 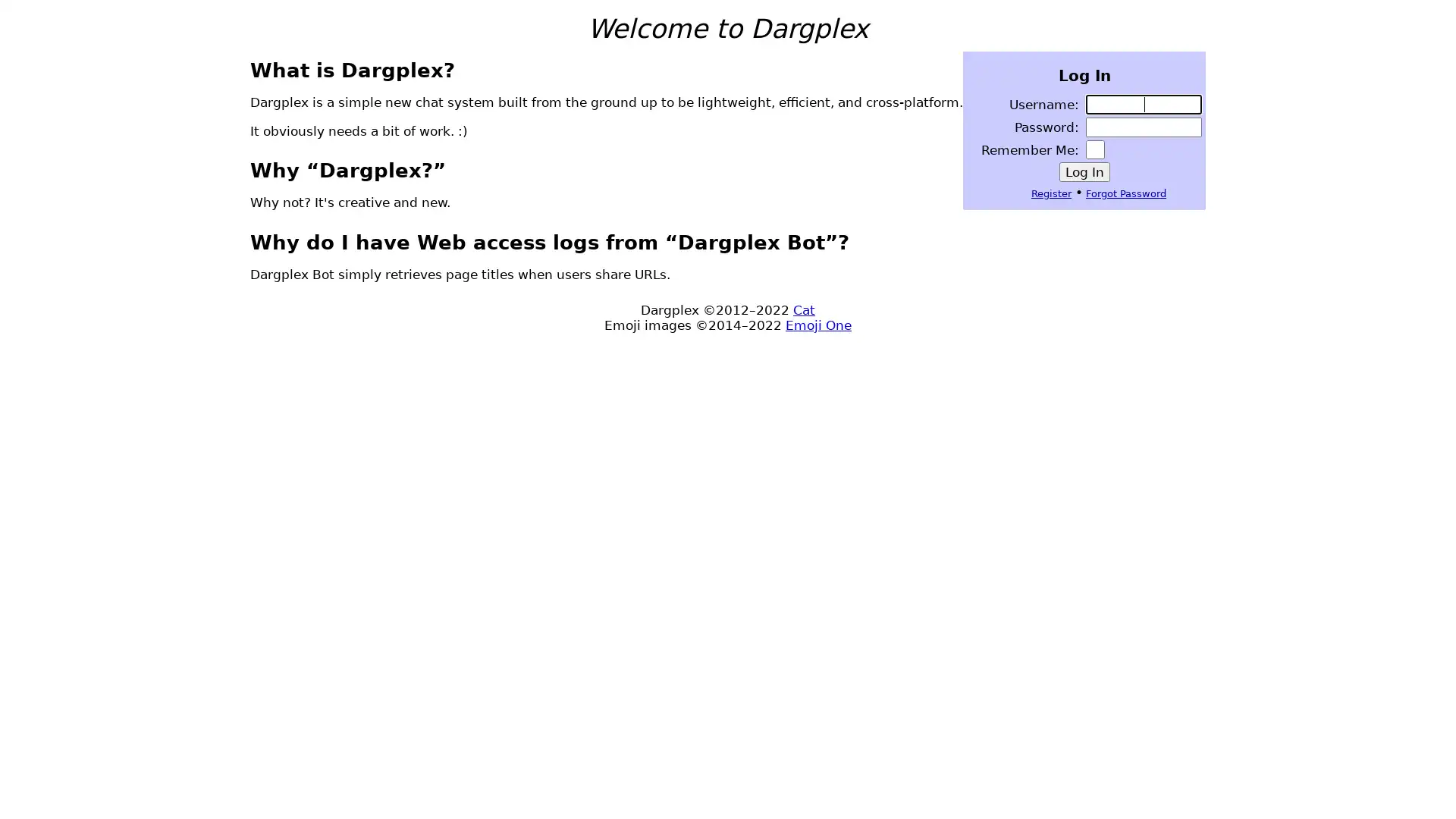 I want to click on Log In, so click(x=1083, y=171).